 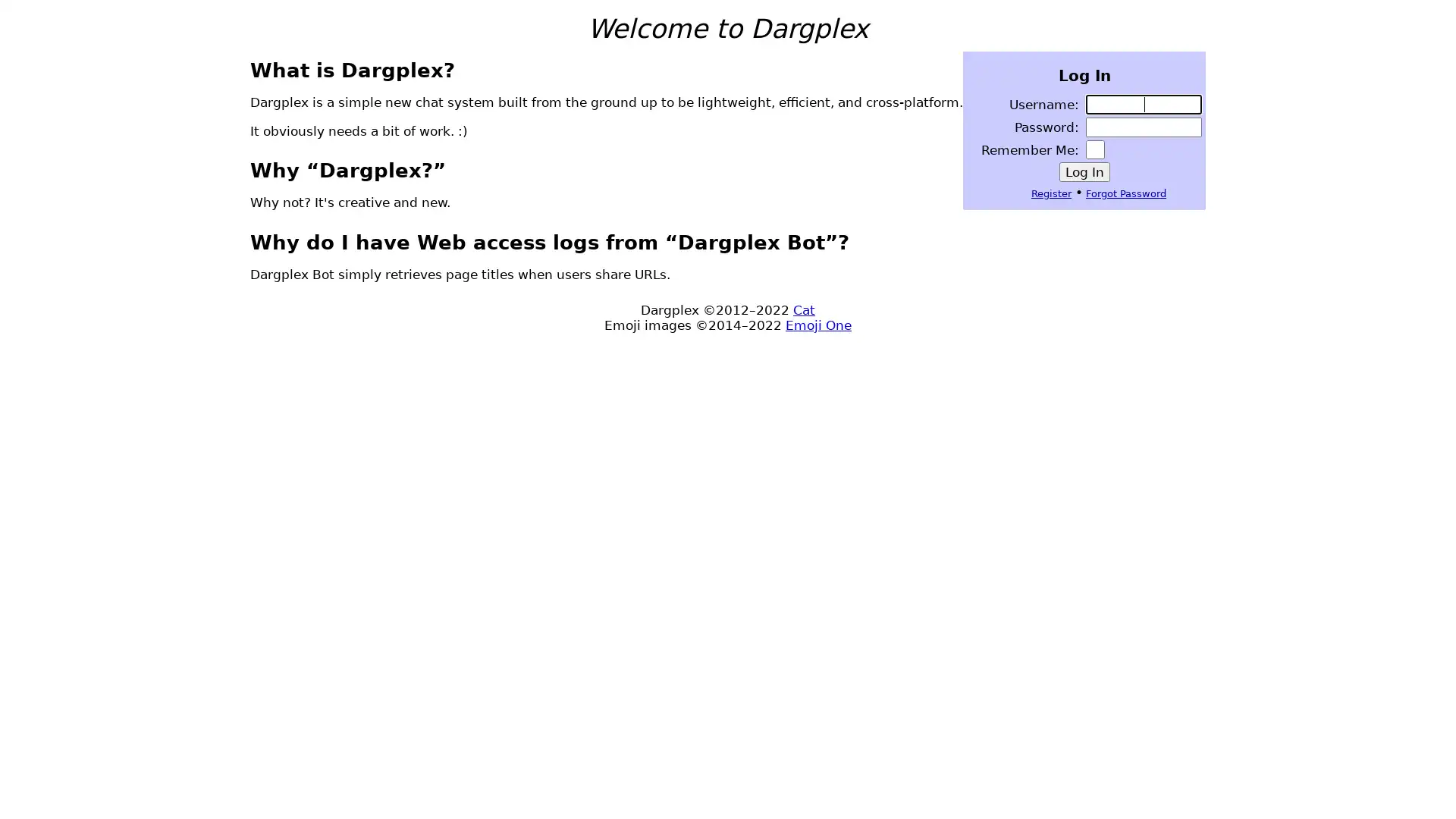 I want to click on Log In, so click(x=1083, y=171).